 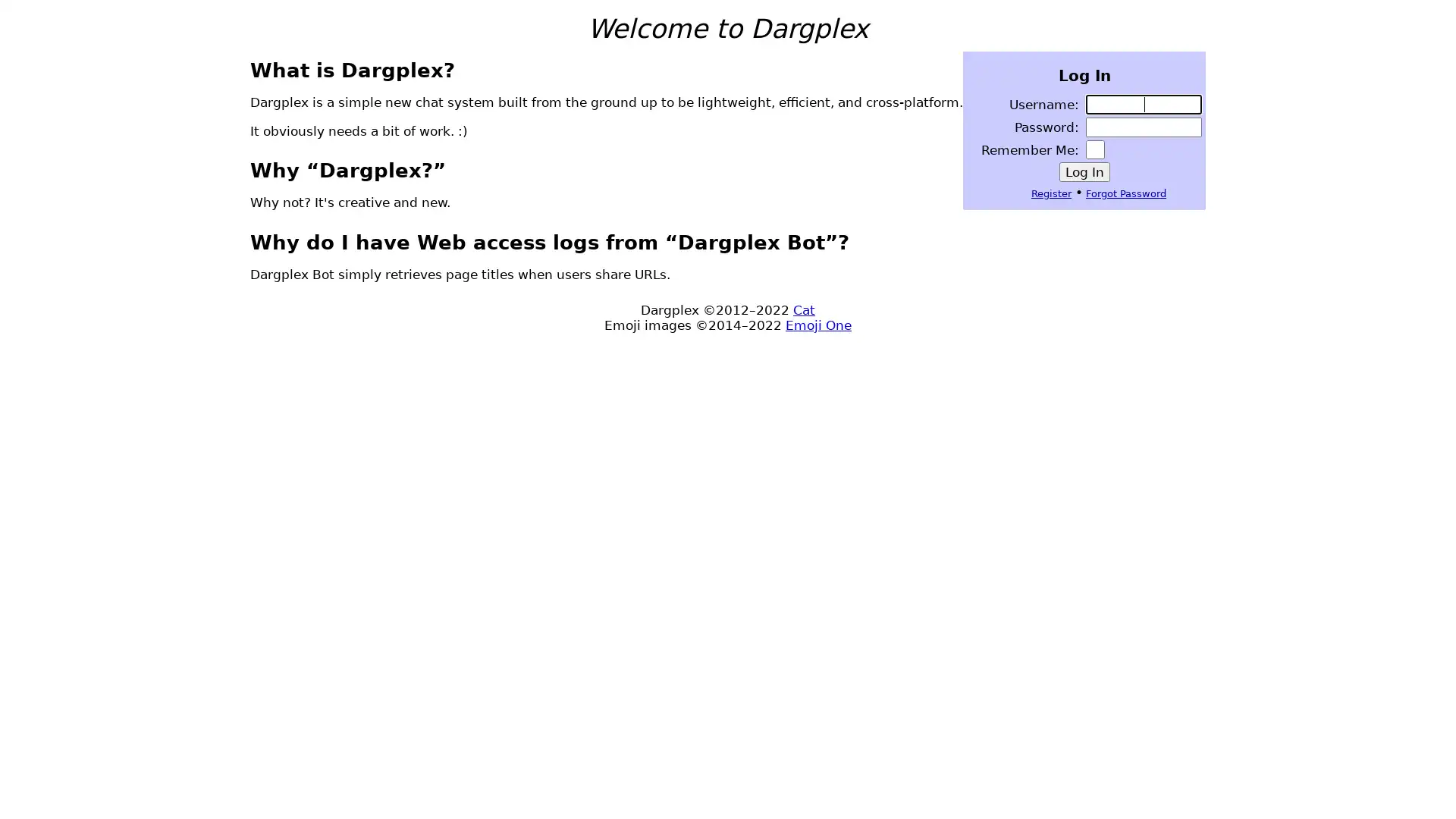 I want to click on Log In, so click(x=1083, y=171).